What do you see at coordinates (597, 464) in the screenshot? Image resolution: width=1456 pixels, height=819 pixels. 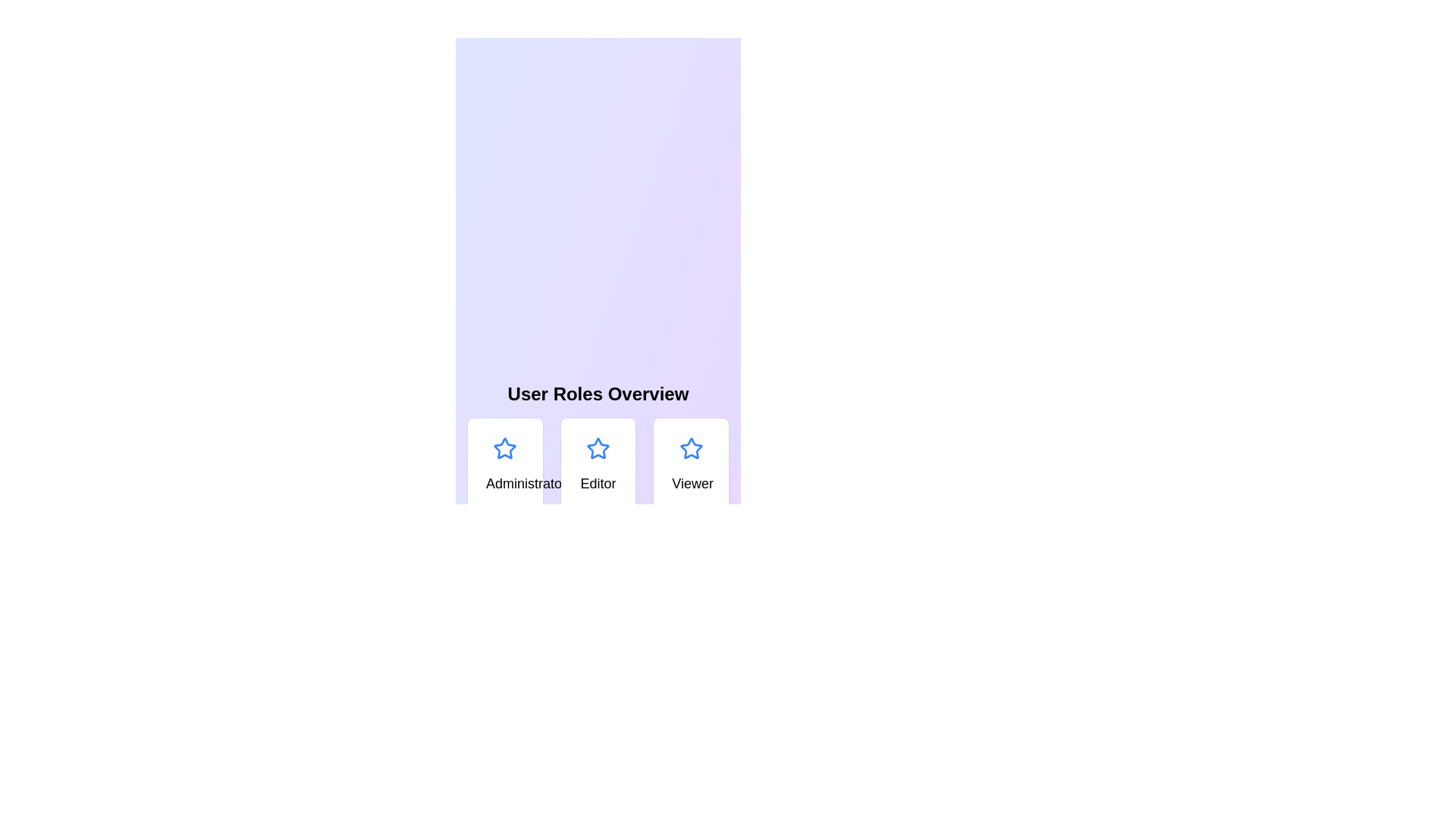 I see `the 'Editor' role card in the 'User Roles Overview' grid` at bounding box center [597, 464].